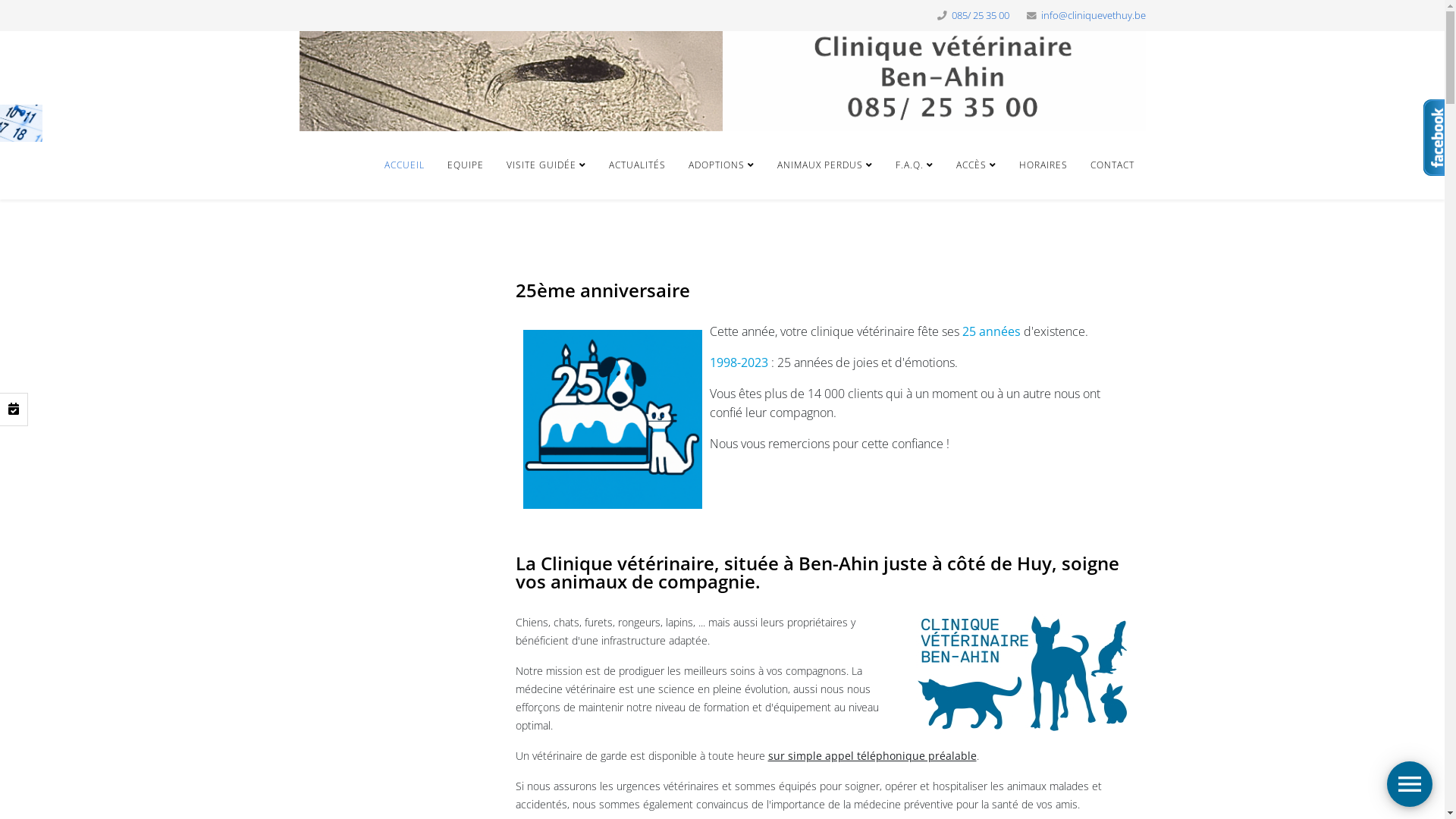 The width and height of the screenshot is (1456, 819). I want to click on 'CONTACT', so click(1111, 165).